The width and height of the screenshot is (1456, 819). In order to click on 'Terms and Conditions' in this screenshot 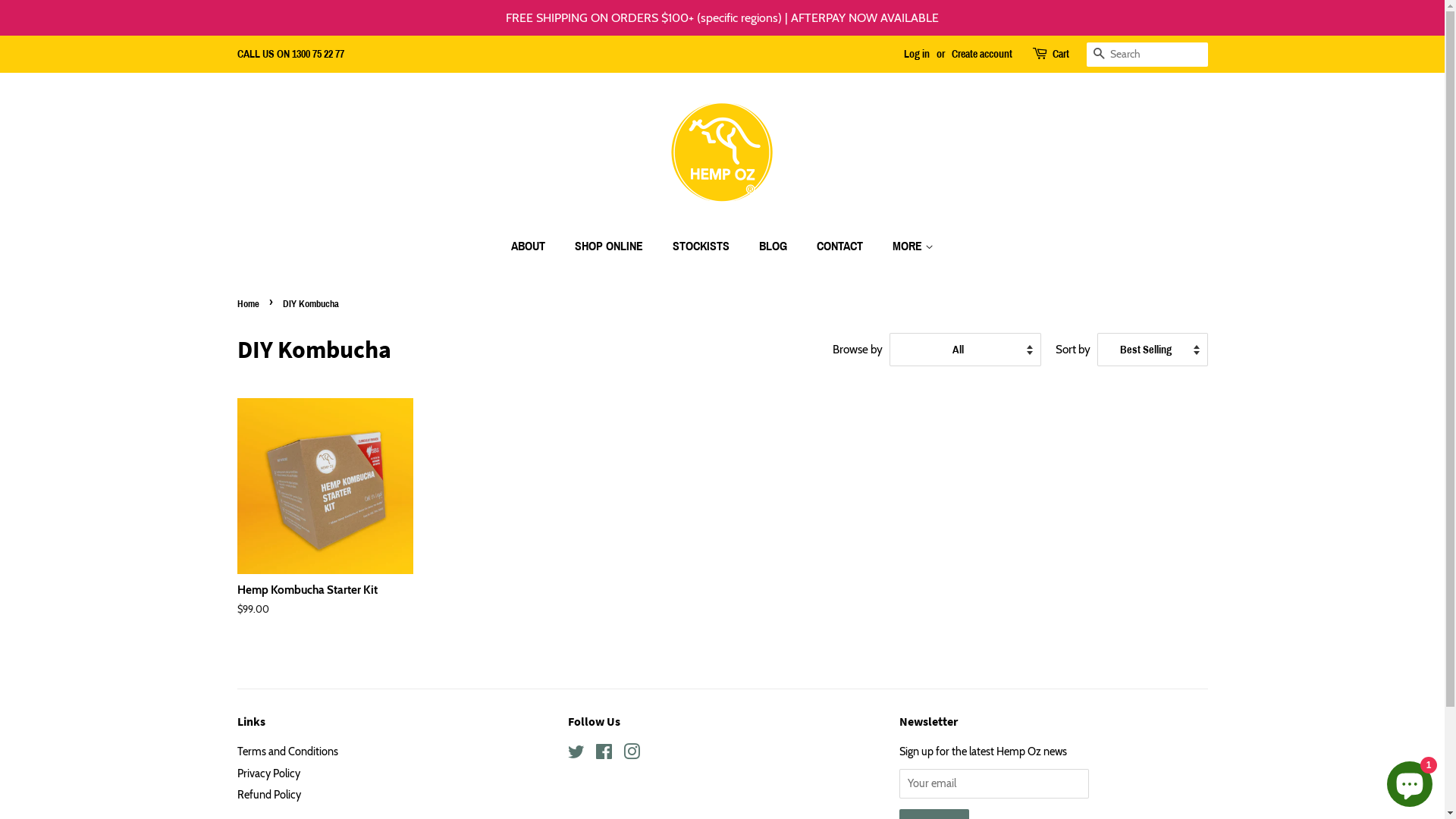, I will do `click(287, 752)`.